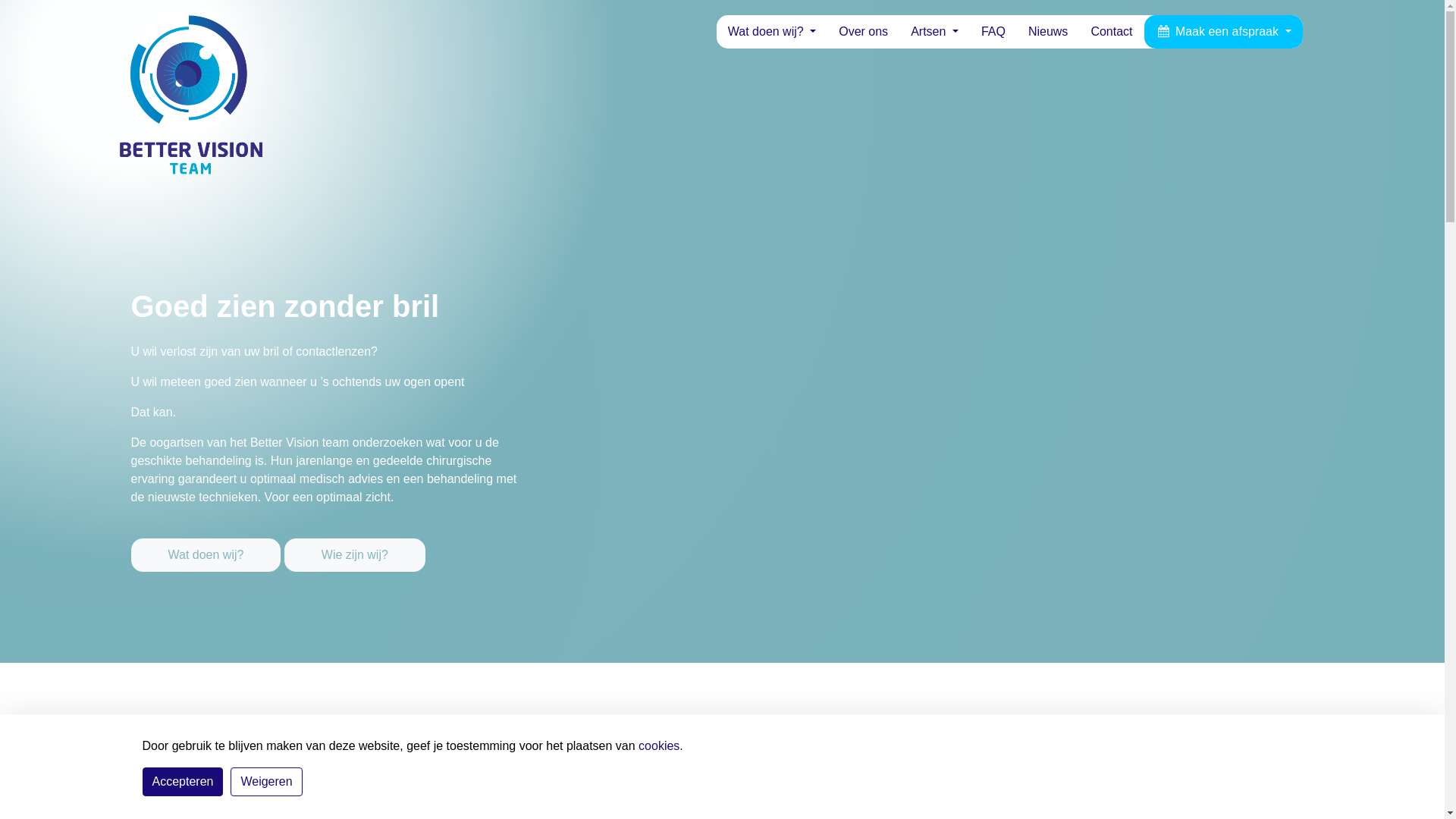  I want to click on 'FAQ', so click(993, 32).